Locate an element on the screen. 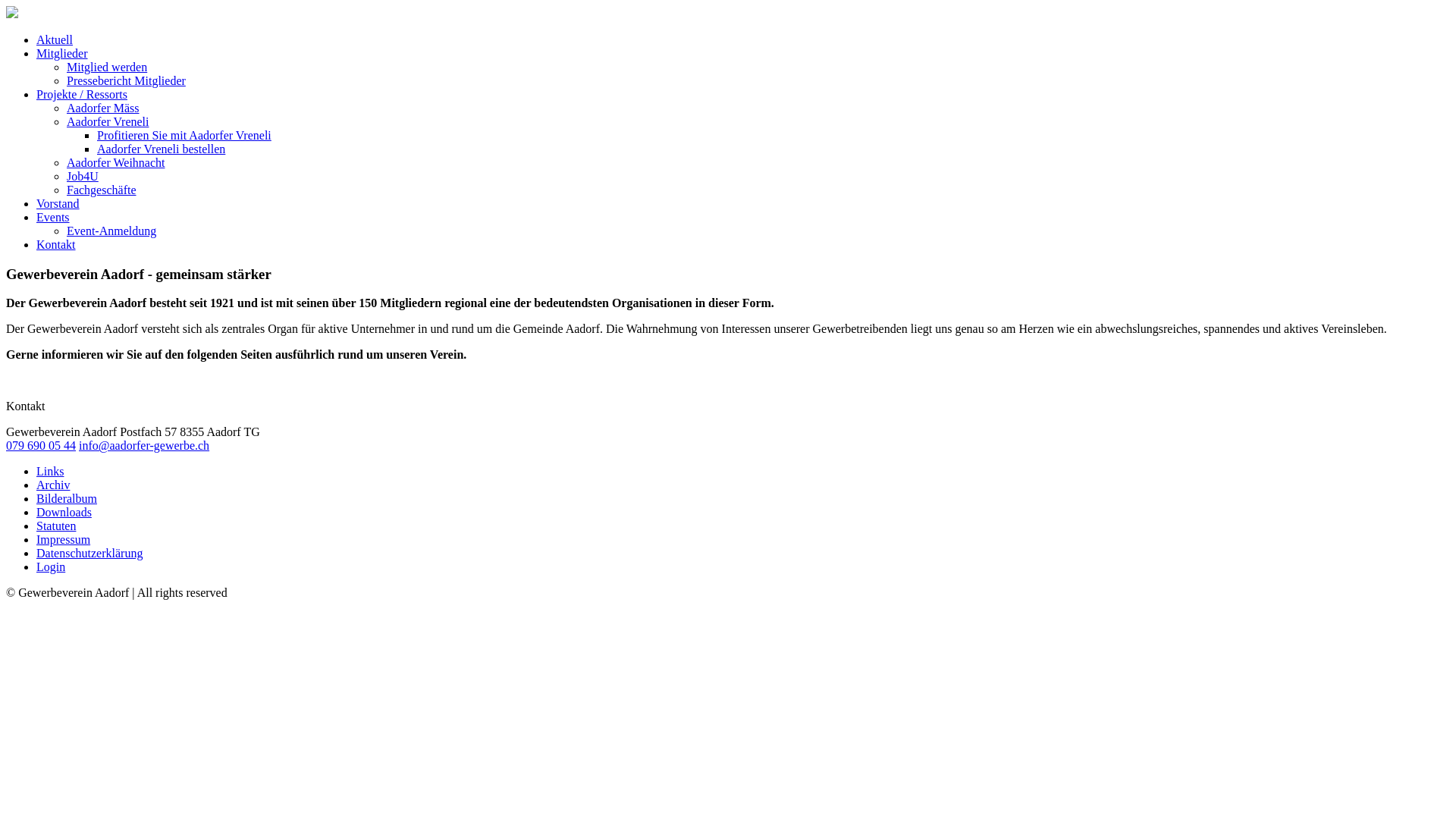 This screenshot has height=819, width=1456. 'Projekte / Ressorts' is located at coordinates (80, 94).